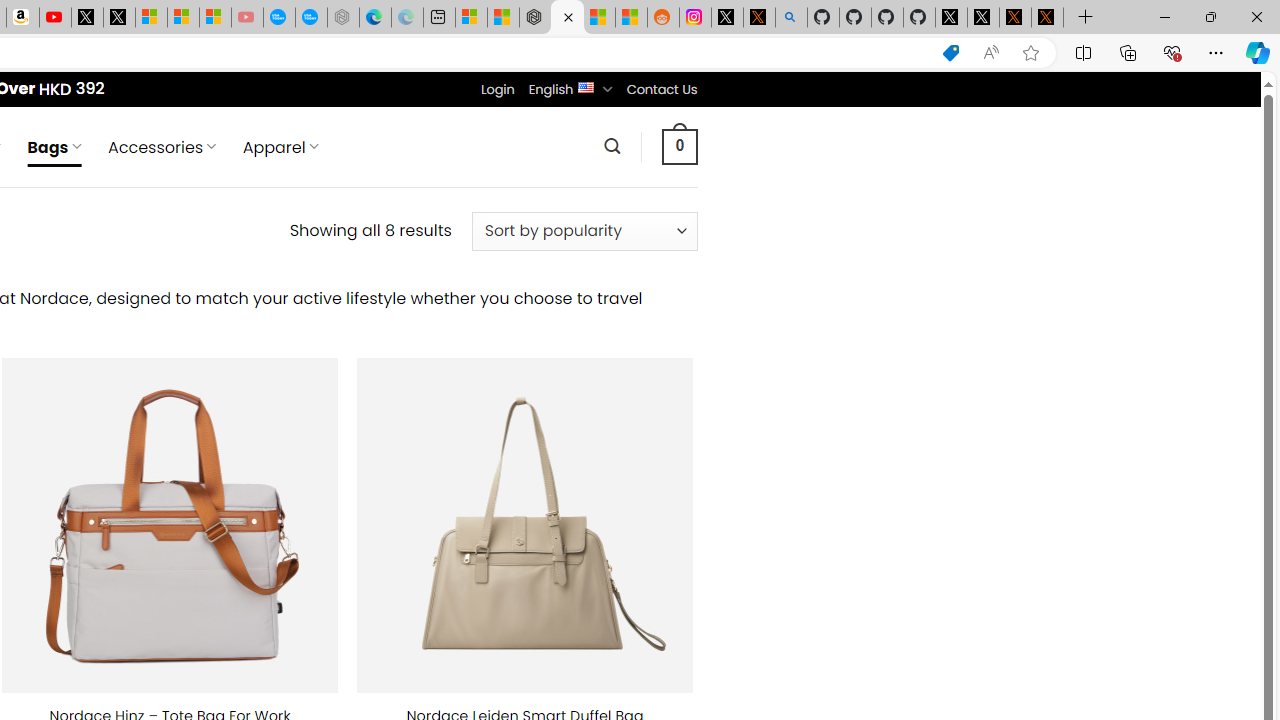 The height and width of the screenshot is (720, 1280). Describe the element at coordinates (470, 17) in the screenshot. I see `'Microsoft account | Microsoft Account Privacy Settings'` at that location.